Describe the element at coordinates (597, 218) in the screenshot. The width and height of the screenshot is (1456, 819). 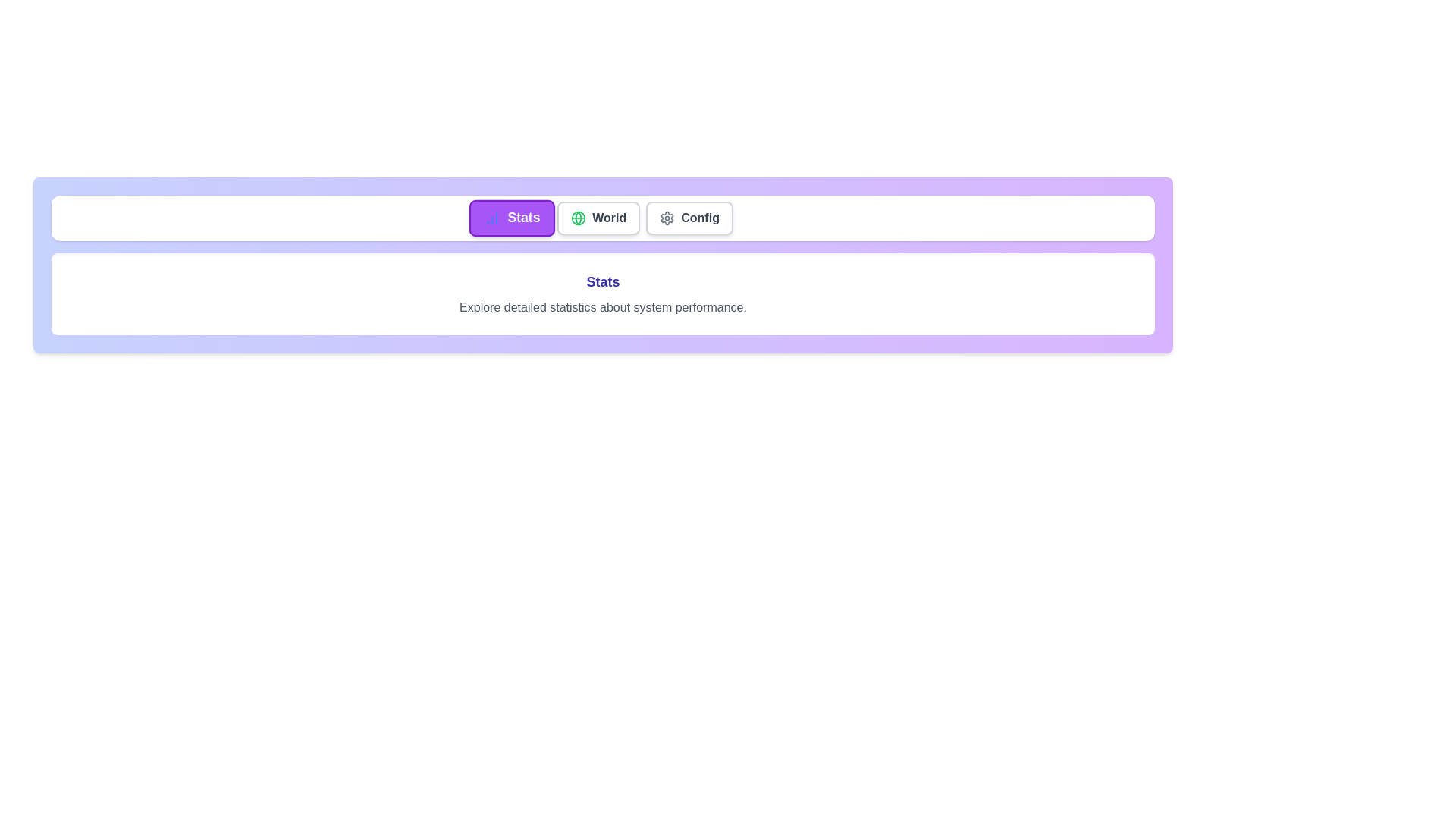
I see `the tab labeled World` at that location.